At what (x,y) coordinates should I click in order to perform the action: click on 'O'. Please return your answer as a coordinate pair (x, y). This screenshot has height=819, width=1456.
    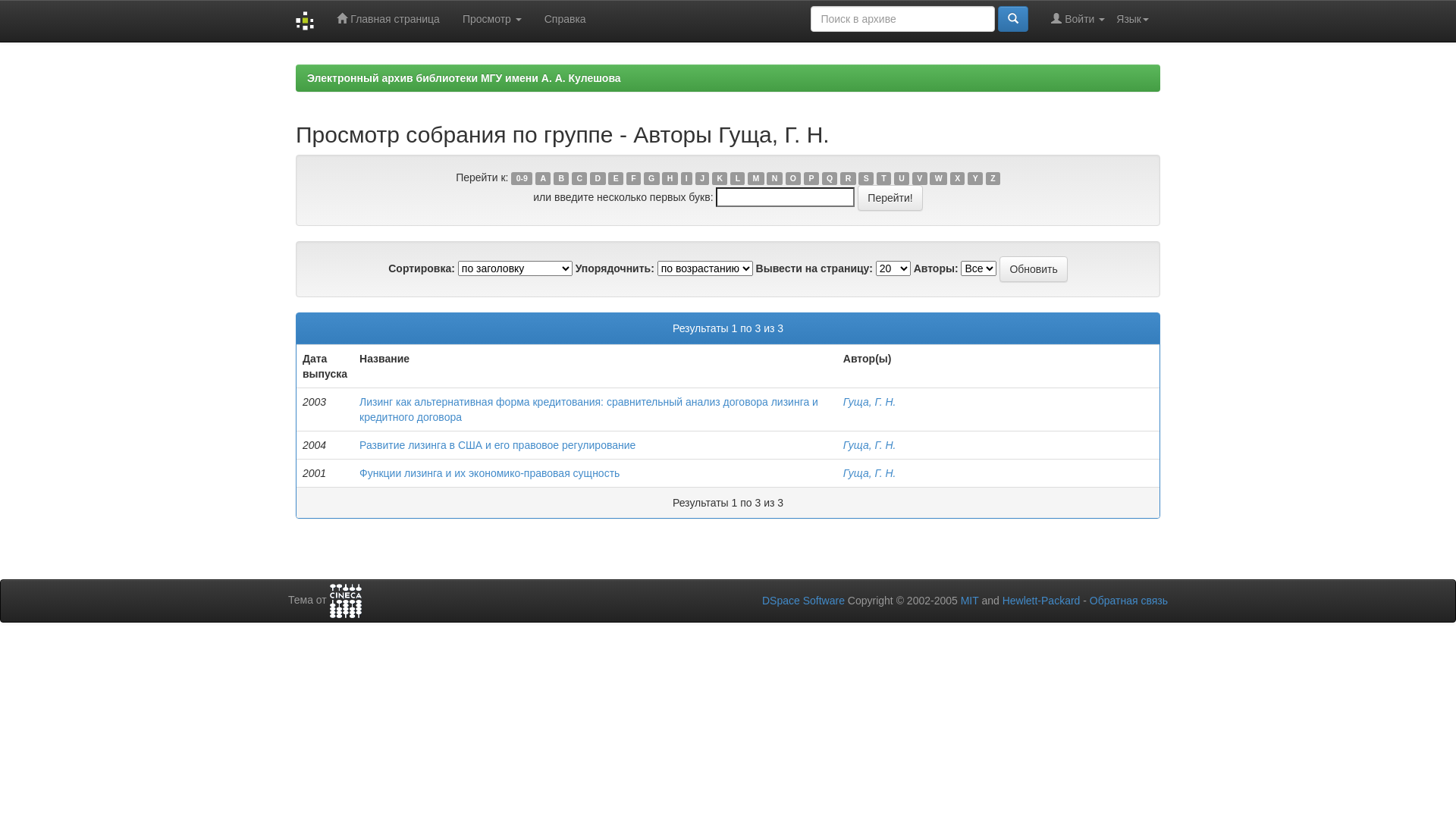
    Looking at the image, I should click on (786, 177).